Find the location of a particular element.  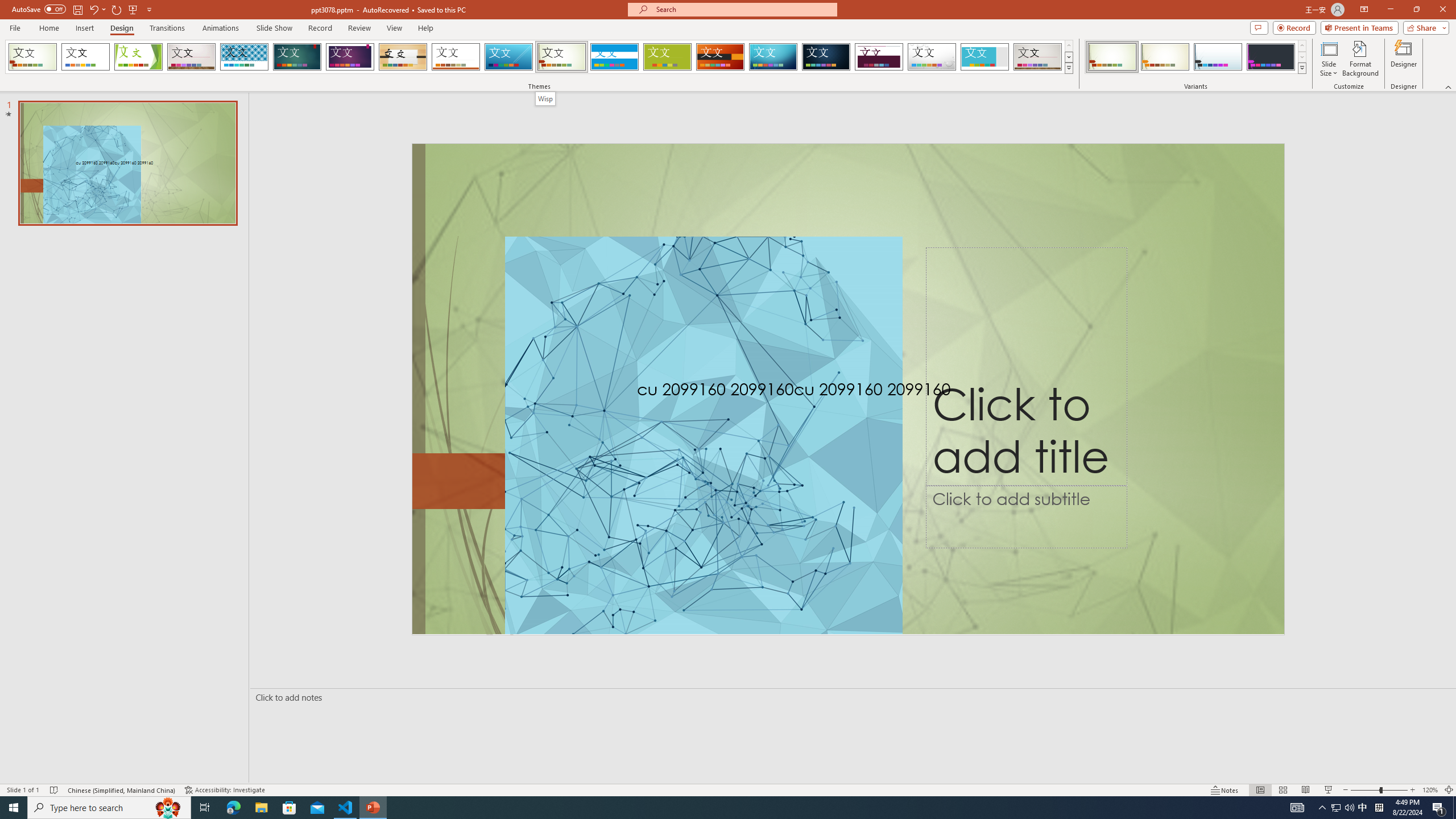

'Facet' is located at coordinates (138, 56).